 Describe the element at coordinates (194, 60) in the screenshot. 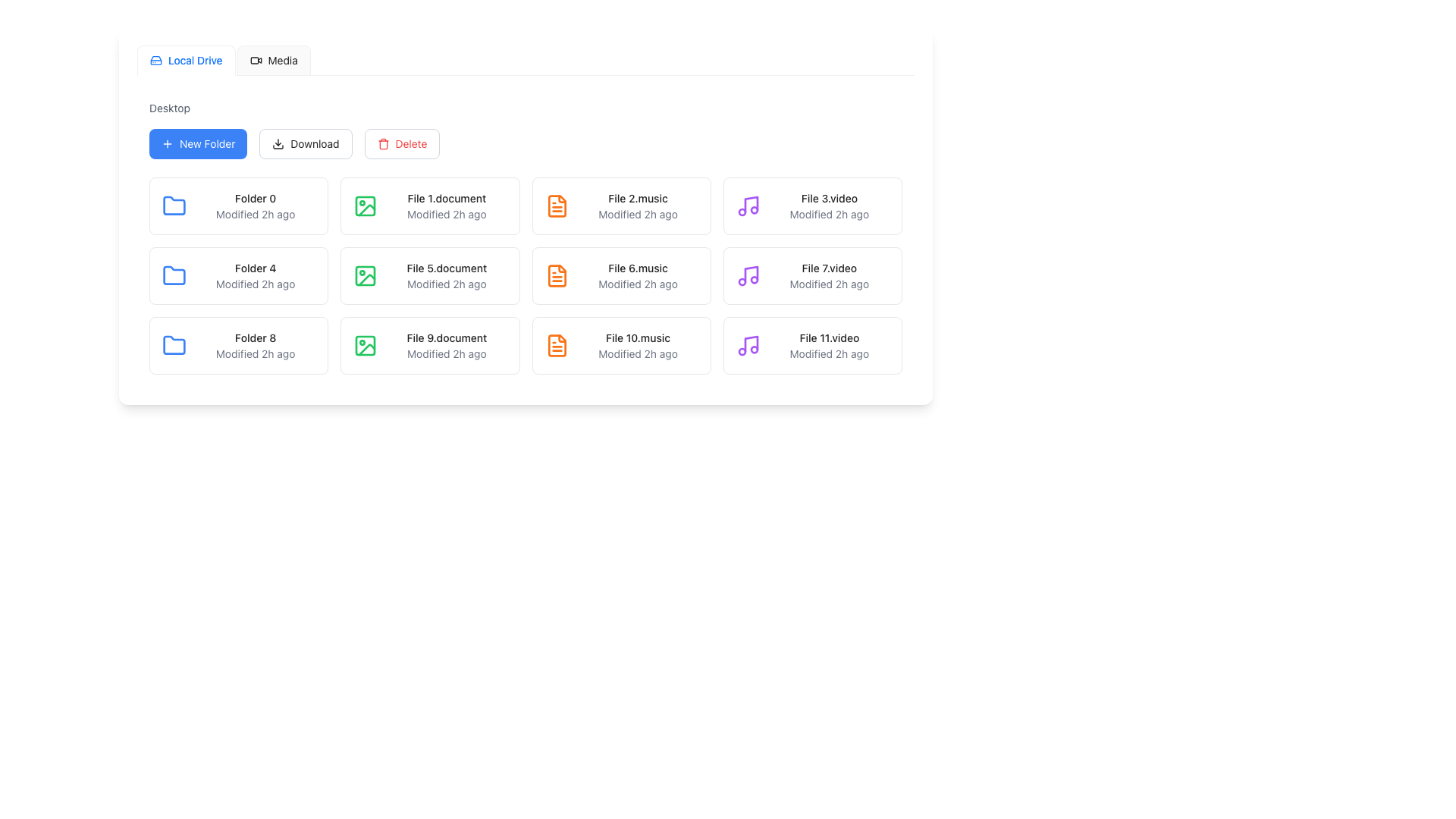

I see `the static label 'Local Drive' displayed in blue font, which is bold and located next to the hard drive icon in the navigation bar` at that location.